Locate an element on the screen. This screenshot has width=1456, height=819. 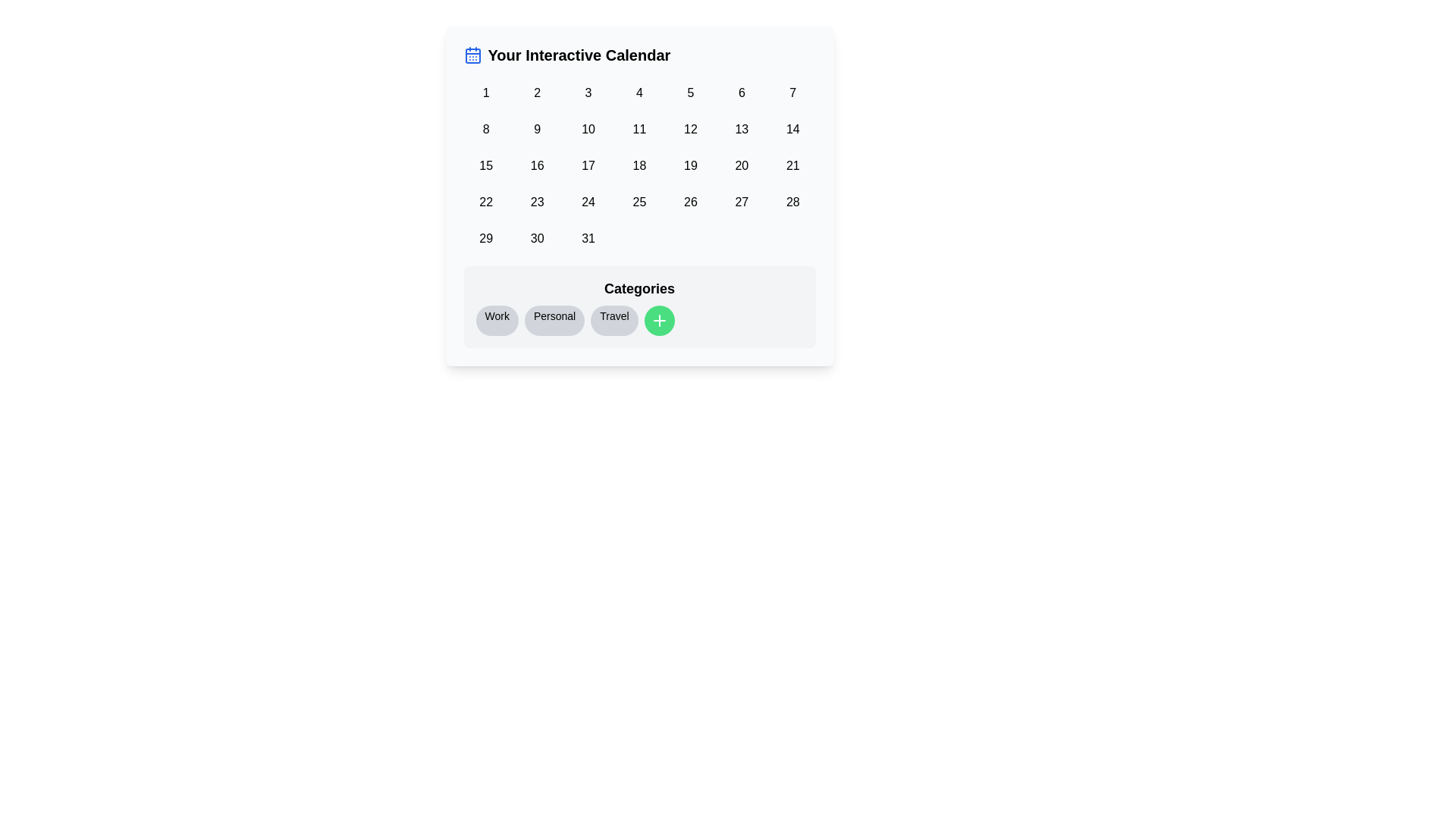
the calendar button representing a date, positioned as the fifth item in the first row of the grid below the 'Your Interactive Calendar' header is located at coordinates (689, 93).